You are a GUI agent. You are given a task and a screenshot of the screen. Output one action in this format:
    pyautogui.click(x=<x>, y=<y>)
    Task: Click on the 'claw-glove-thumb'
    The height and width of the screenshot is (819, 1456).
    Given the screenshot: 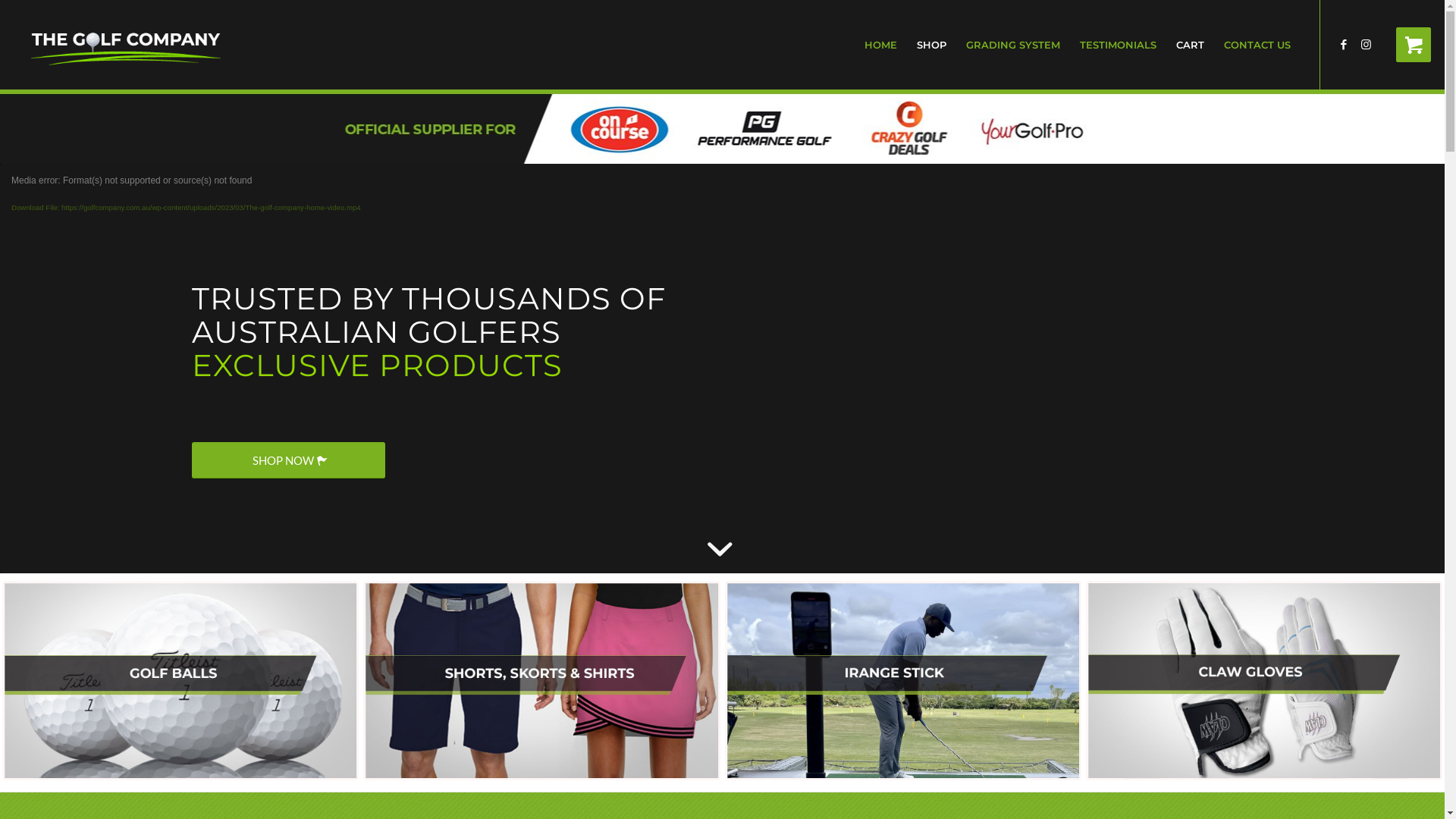 What is the action you would take?
    pyautogui.click(x=1263, y=679)
    